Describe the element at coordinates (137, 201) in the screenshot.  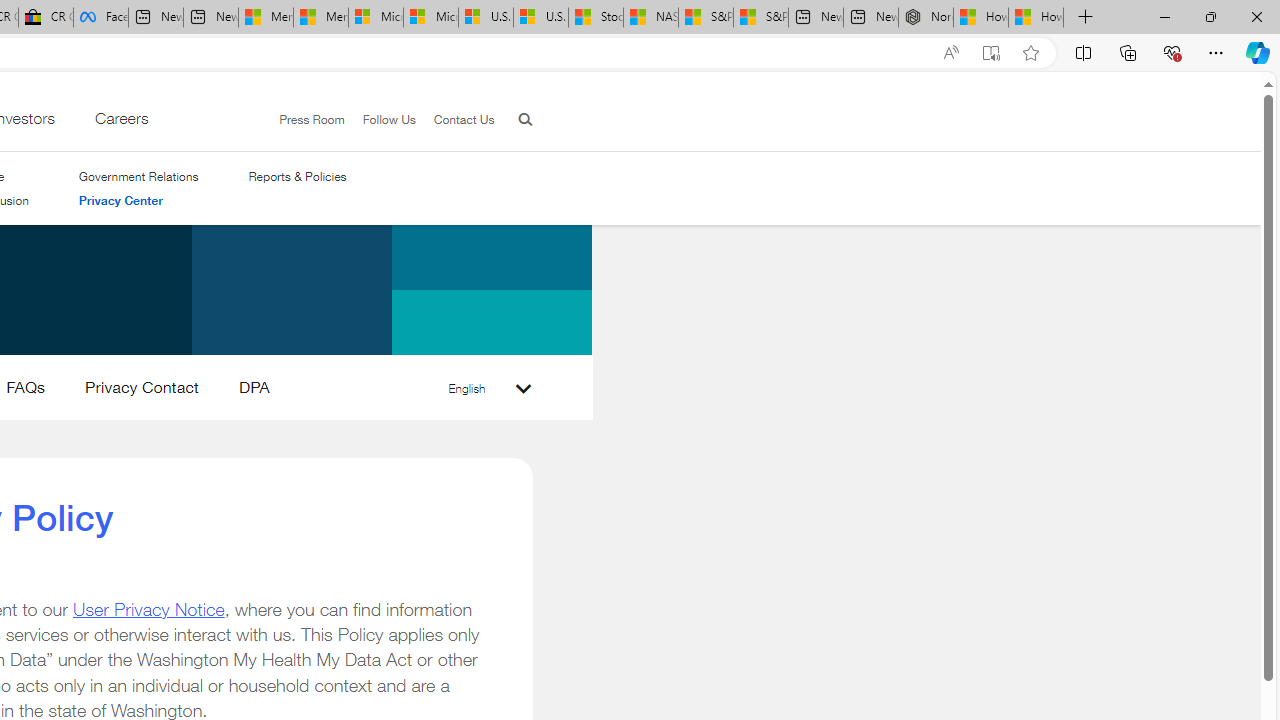
I see `'Privacy Center'` at that location.